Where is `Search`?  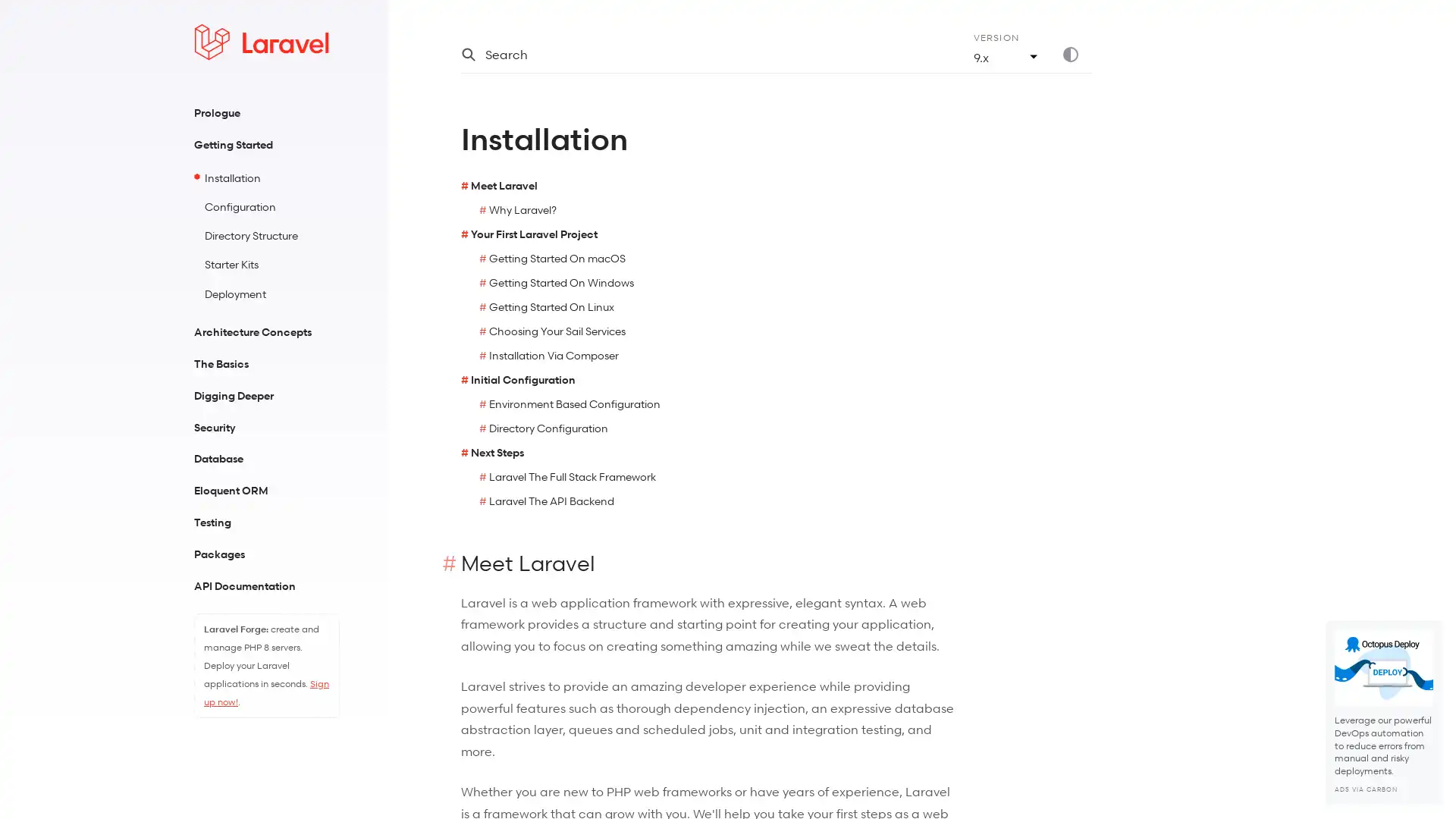
Search is located at coordinates (698, 54).